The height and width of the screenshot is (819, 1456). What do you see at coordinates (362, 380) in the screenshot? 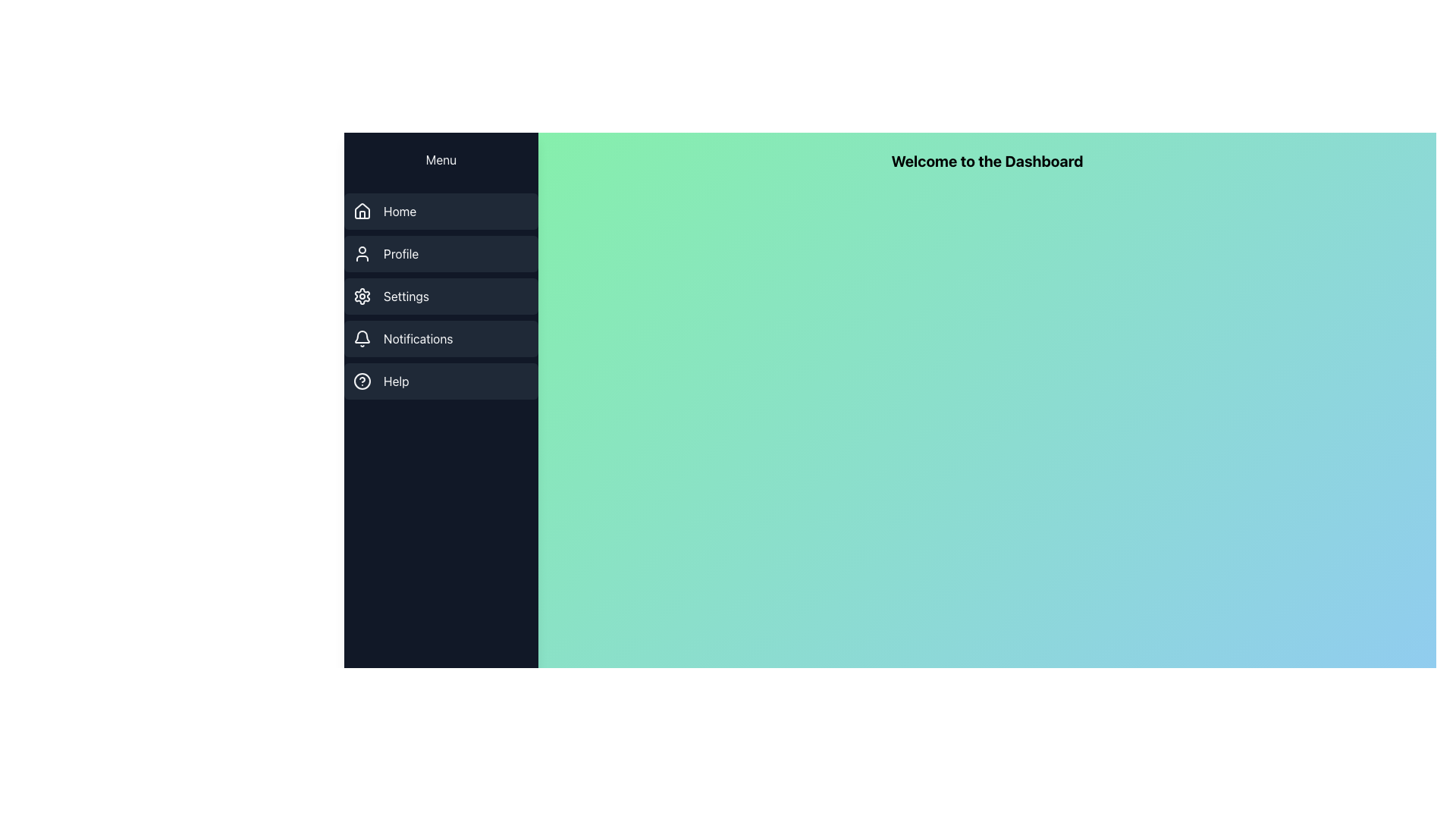
I see `the help icon located` at bounding box center [362, 380].